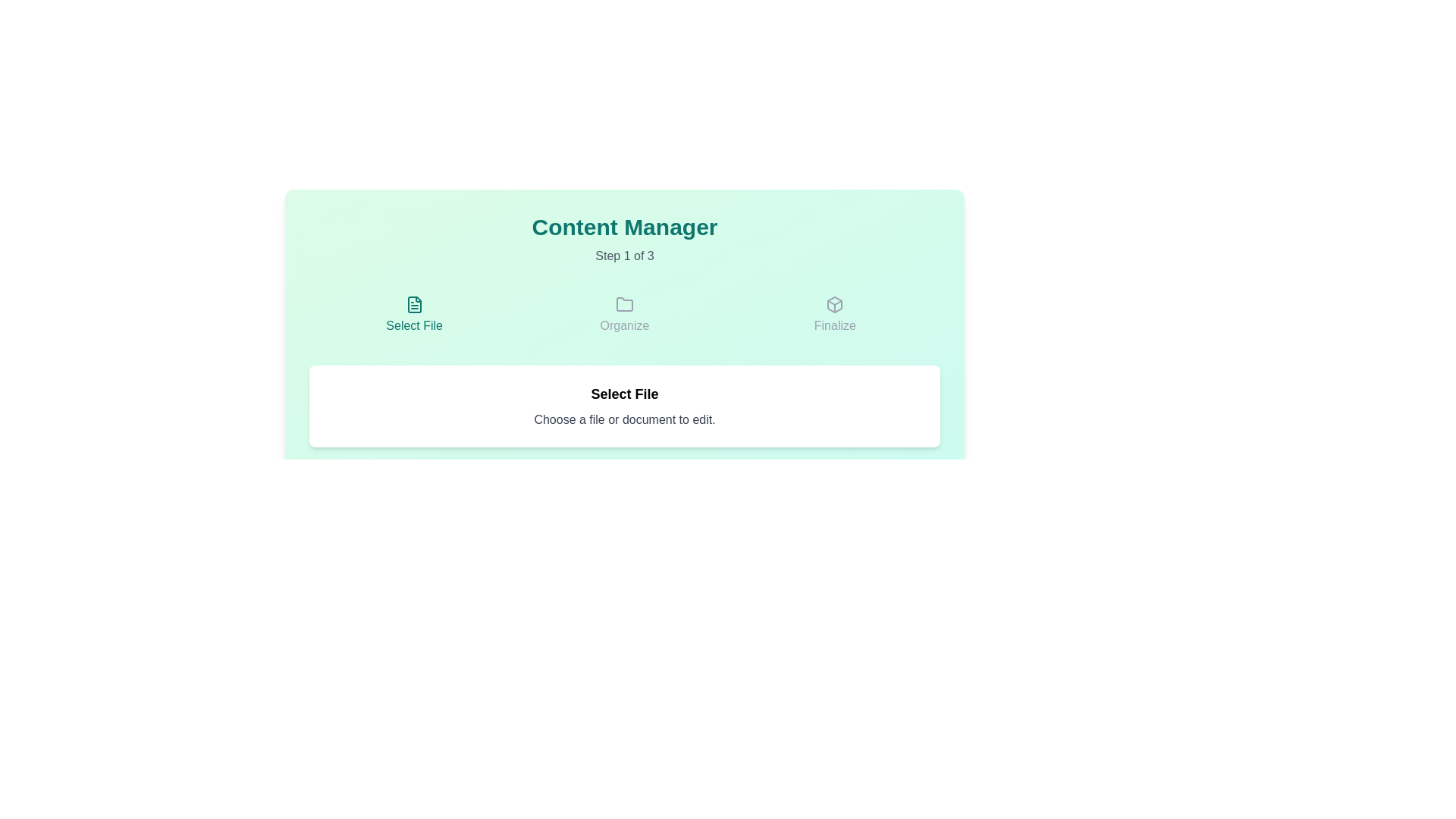 This screenshot has height=819, width=1456. What do you see at coordinates (834, 303) in the screenshot?
I see `the decorative graphical component that serves as an illustrative part of the box, positioned centrally and slightly above the vertical center` at bounding box center [834, 303].